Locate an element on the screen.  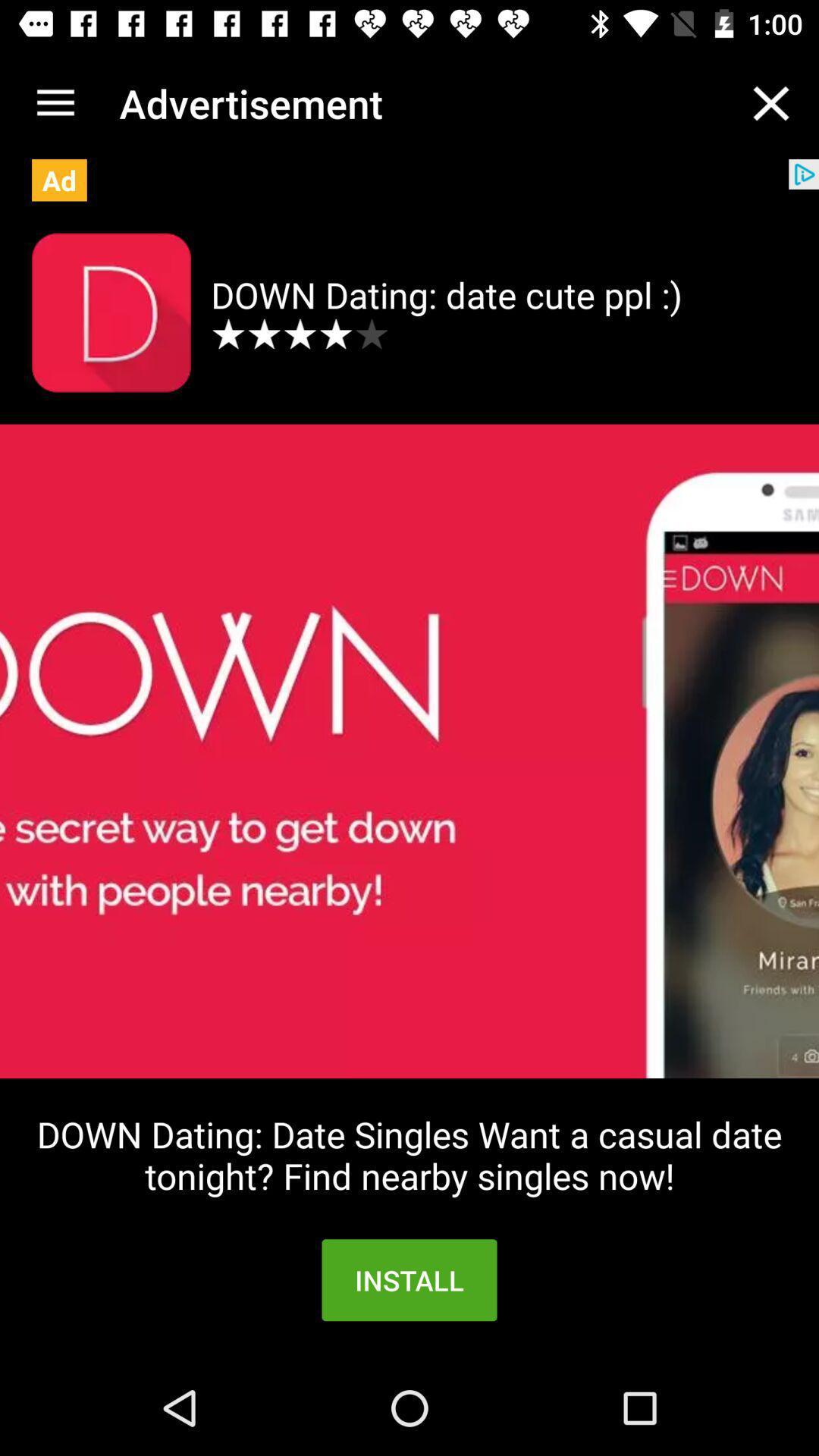
the item next to advertisement app is located at coordinates (771, 102).